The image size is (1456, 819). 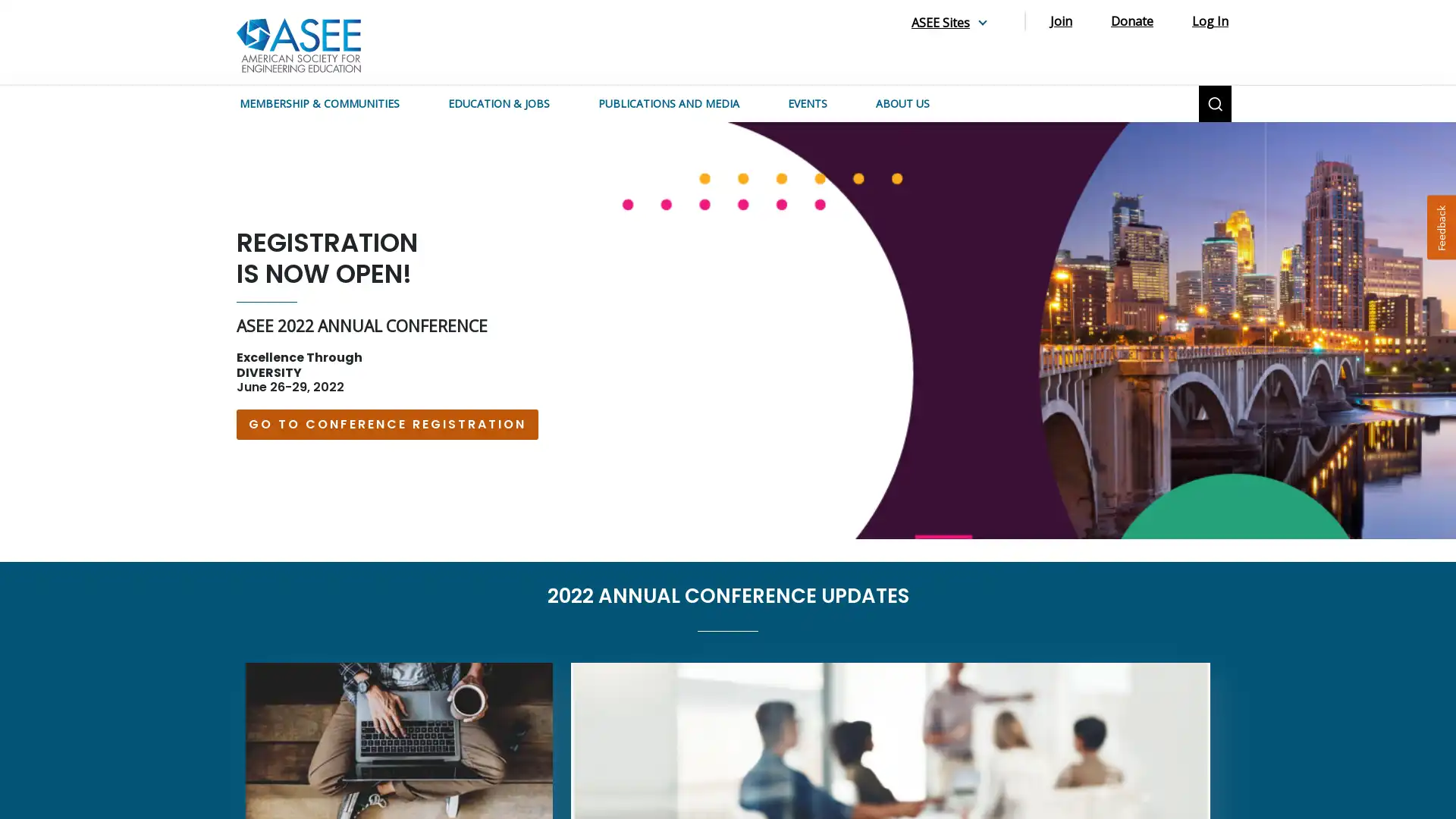 What do you see at coordinates (1215, 103) in the screenshot?
I see `search` at bounding box center [1215, 103].